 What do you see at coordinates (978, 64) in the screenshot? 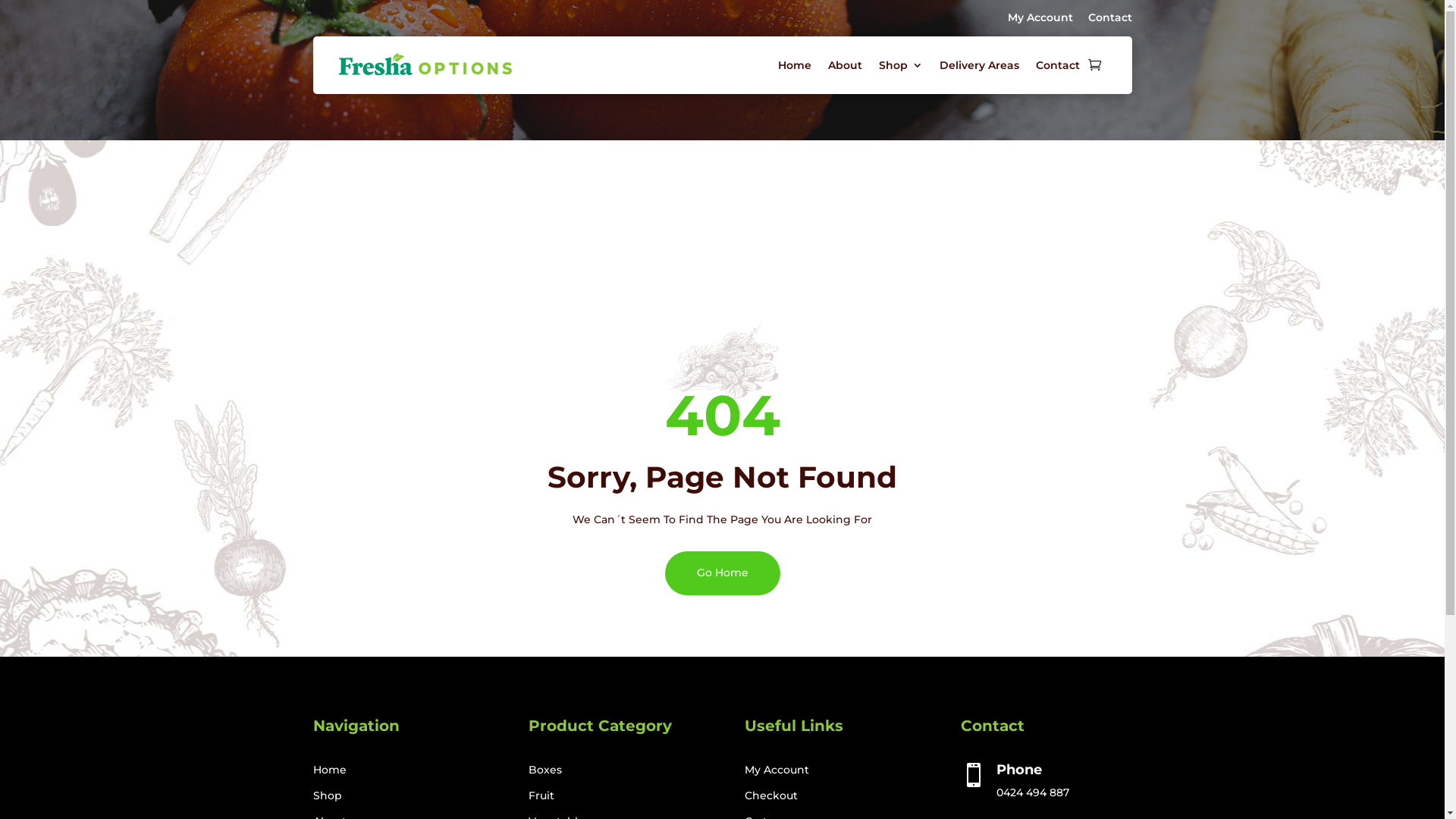
I see `'Delivery Areas'` at bounding box center [978, 64].